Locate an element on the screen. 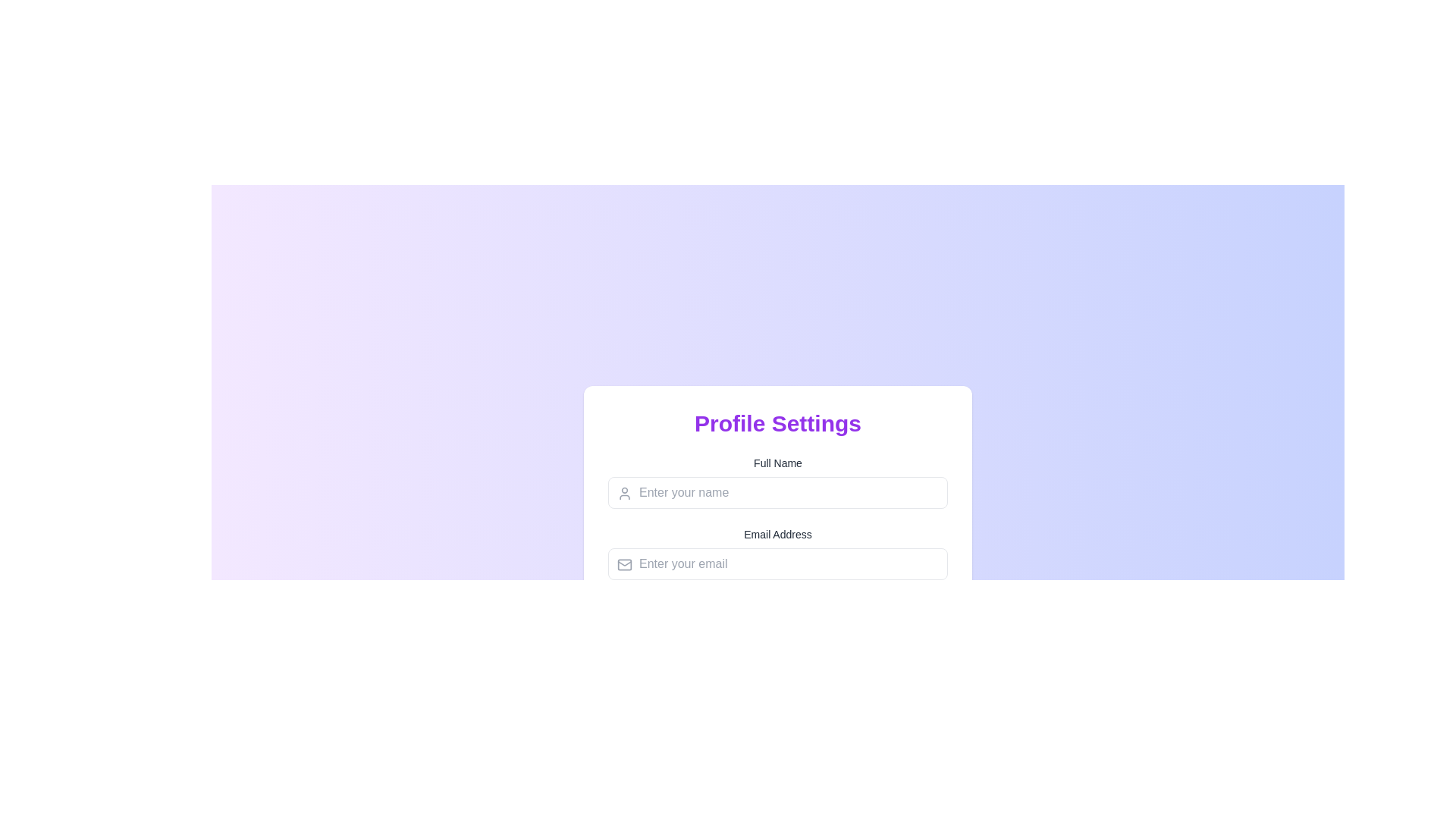 The image size is (1456, 819). the email input icon located to the left of the email address input field in the form is located at coordinates (625, 564).